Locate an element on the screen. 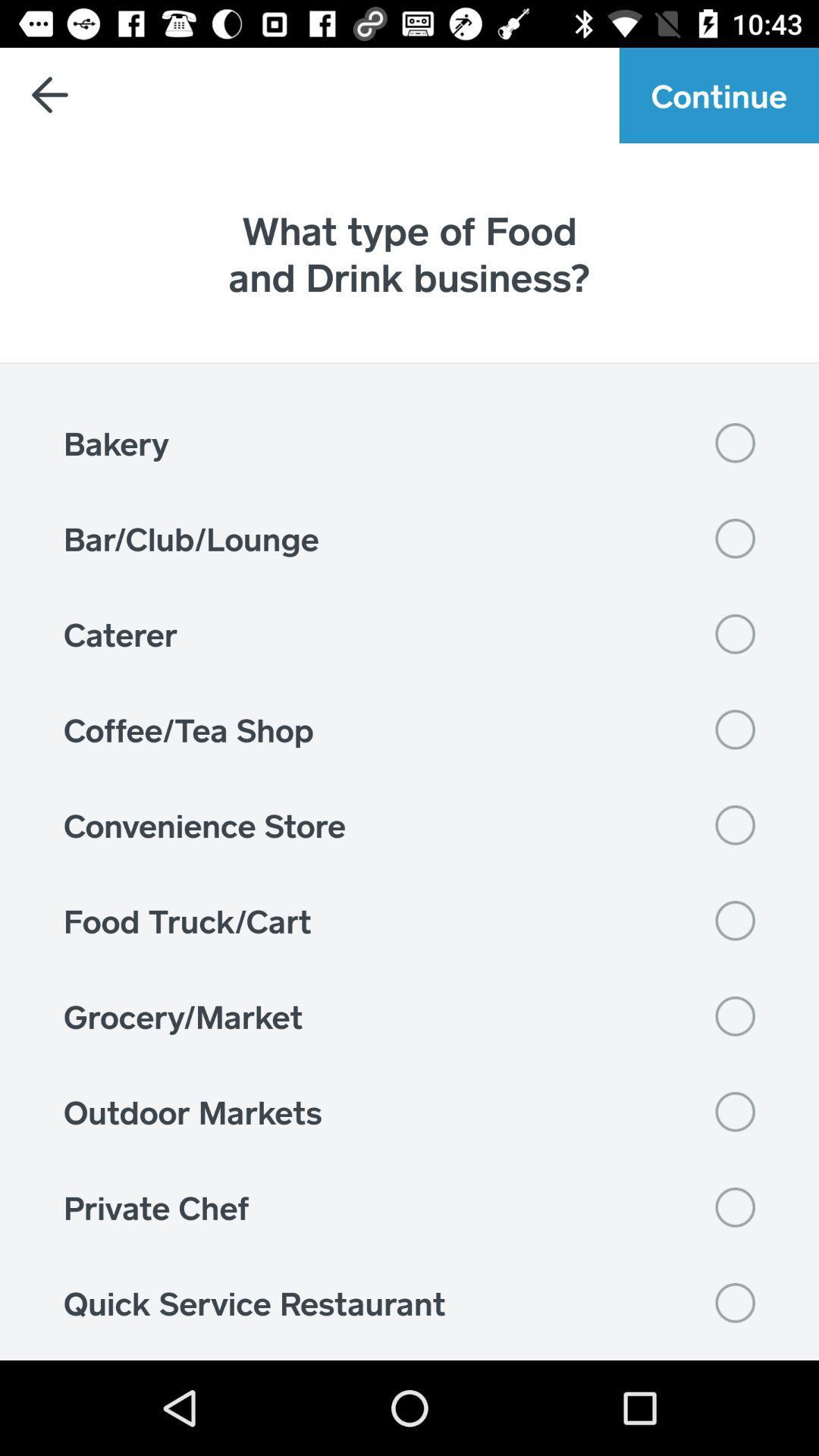 Image resolution: width=819 pixels, height=1456 pixels. the item below bar/club/lounge is located at coordinates (409, 634).